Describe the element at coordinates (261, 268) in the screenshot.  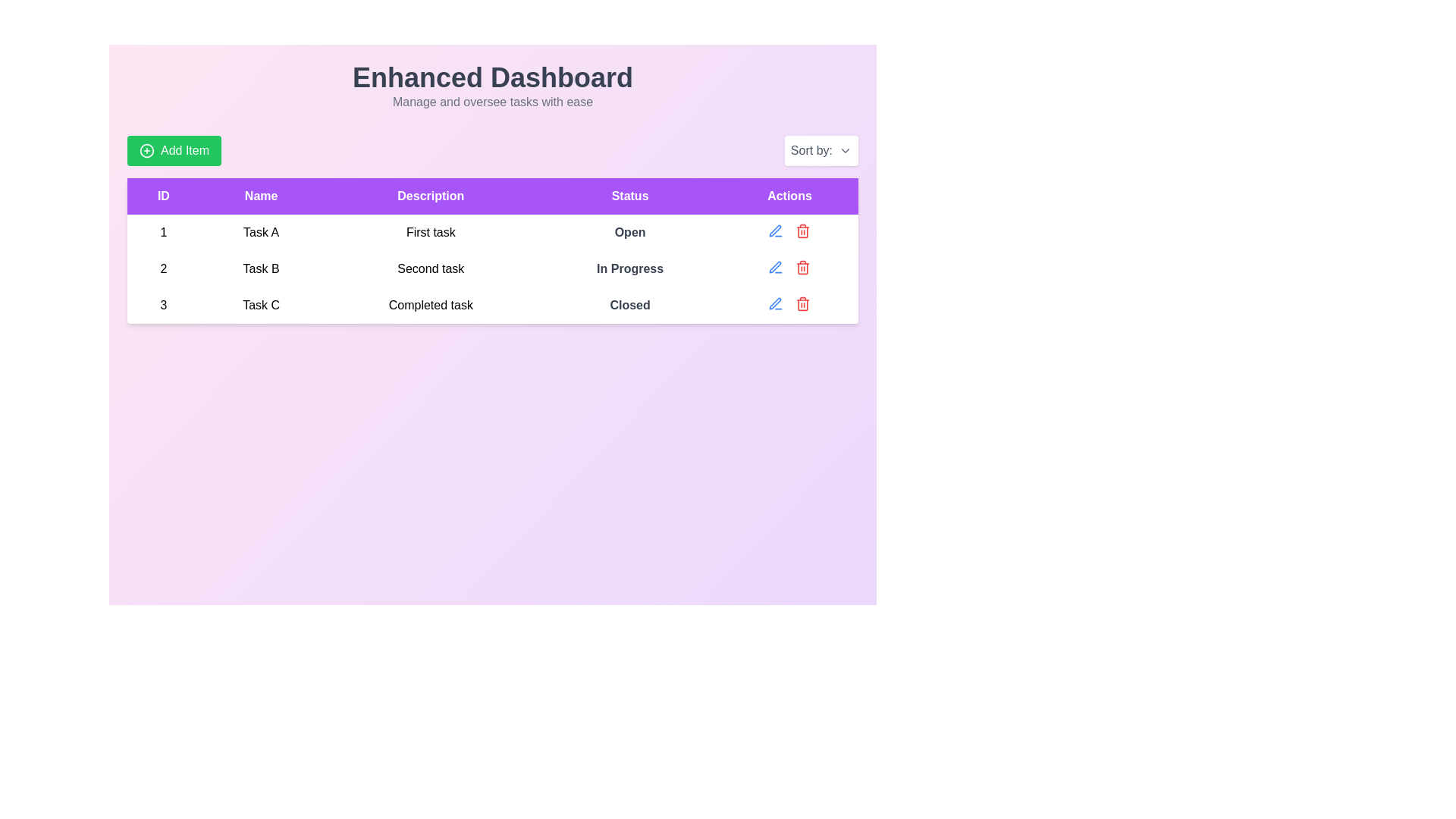
I see `the text component labeled 'Task B' in the second row of the table under the 'Name' column` at that location.